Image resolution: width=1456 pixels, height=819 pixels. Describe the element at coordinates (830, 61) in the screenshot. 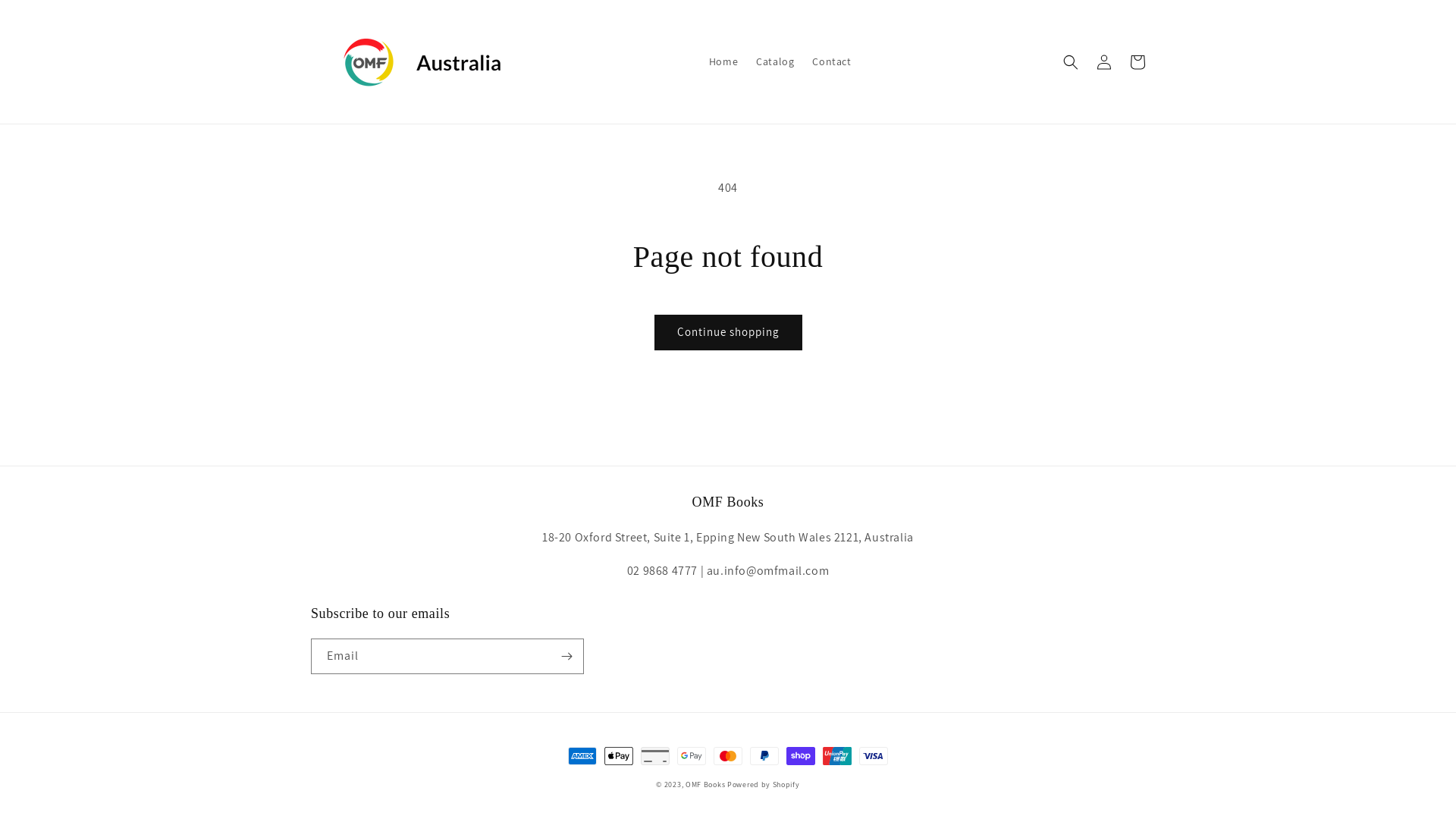

I see `'Contact'` at that location.